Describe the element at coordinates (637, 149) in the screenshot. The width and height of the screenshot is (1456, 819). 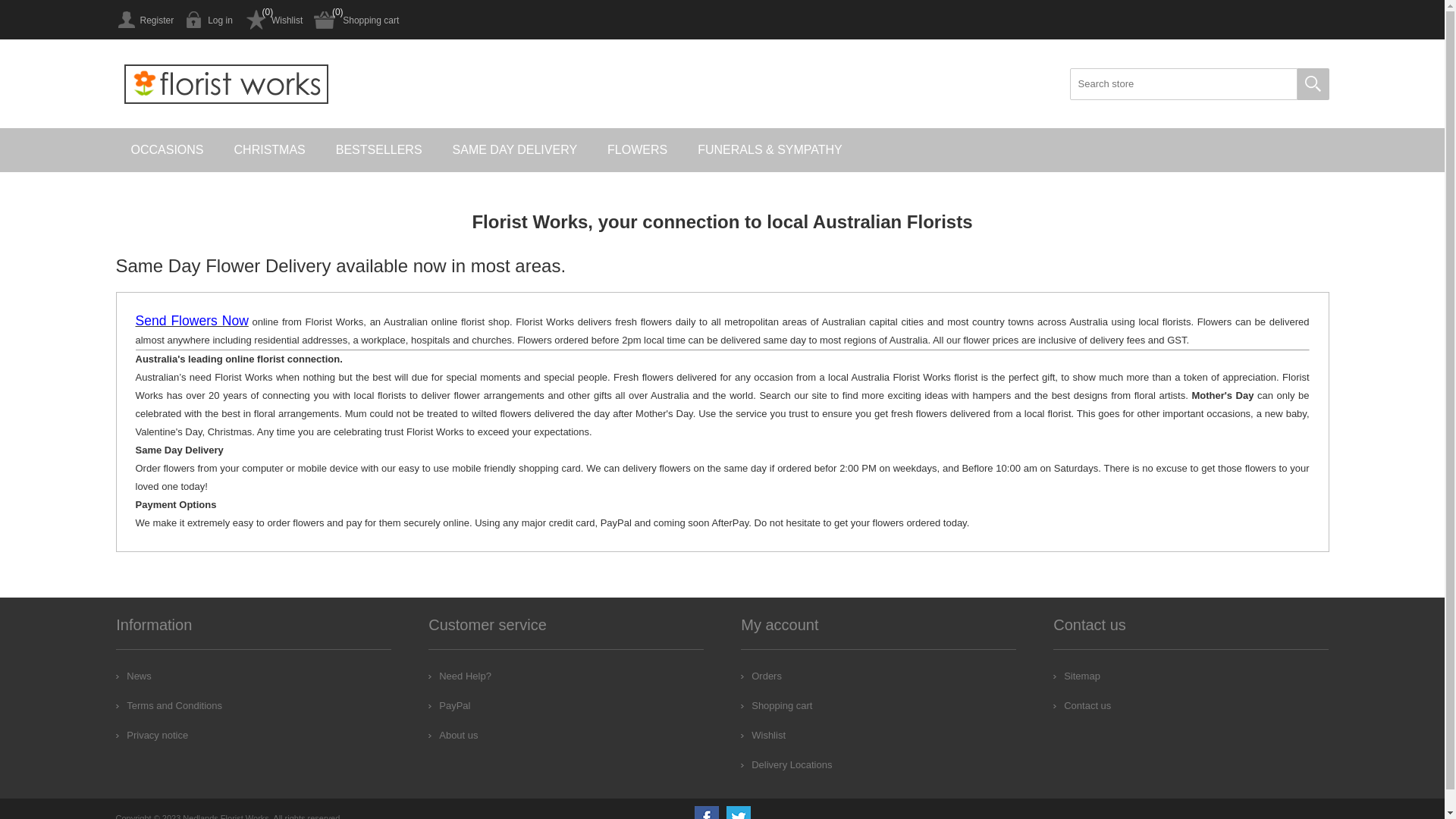
I see `'FLOWERS'` at that location.